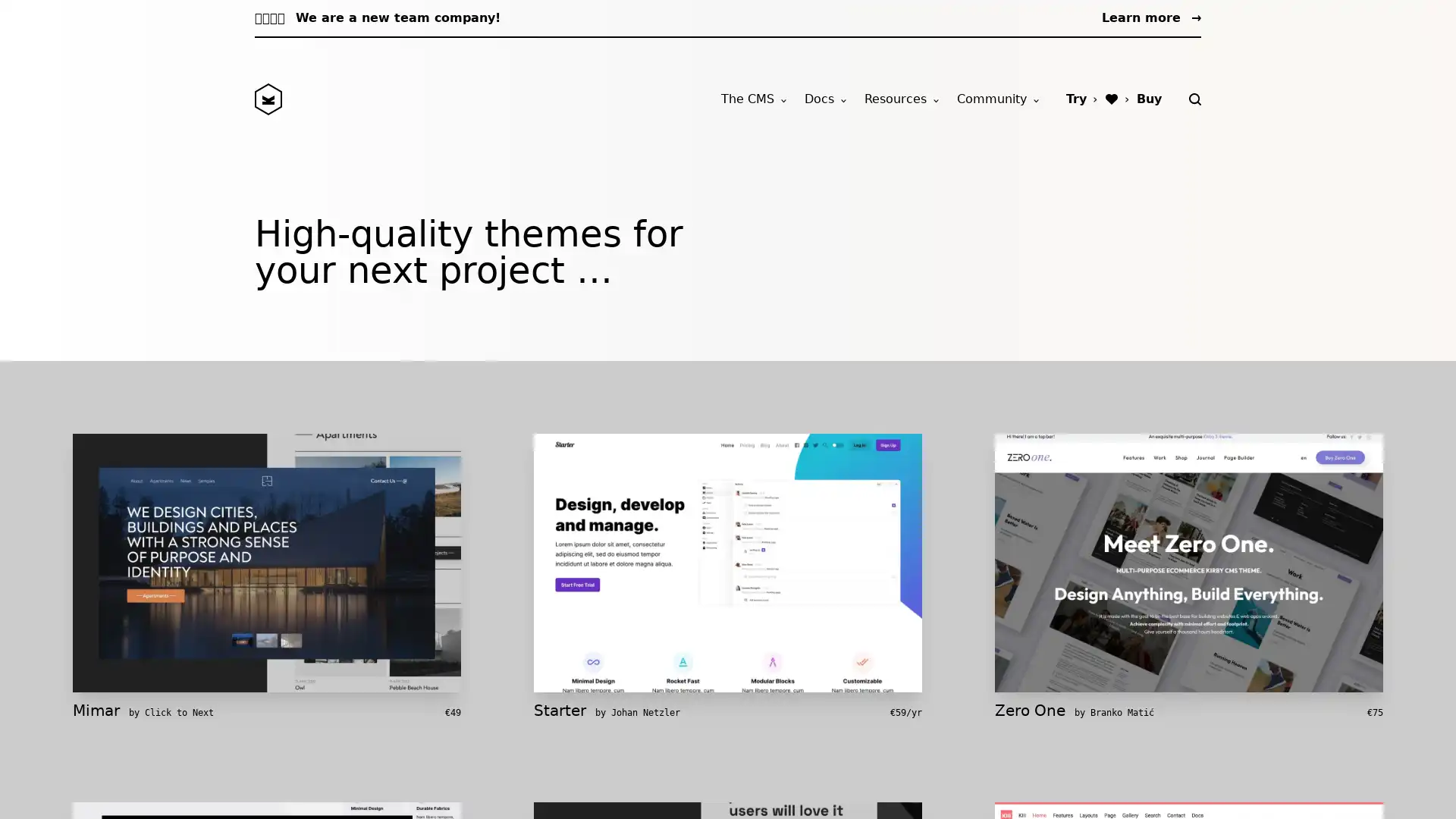 The width and height of the screenshot is (1456, 819). What do you see at coordinates (1194, 99) in the screenshot?
I see `Search` at bounding box center [1194, 99].